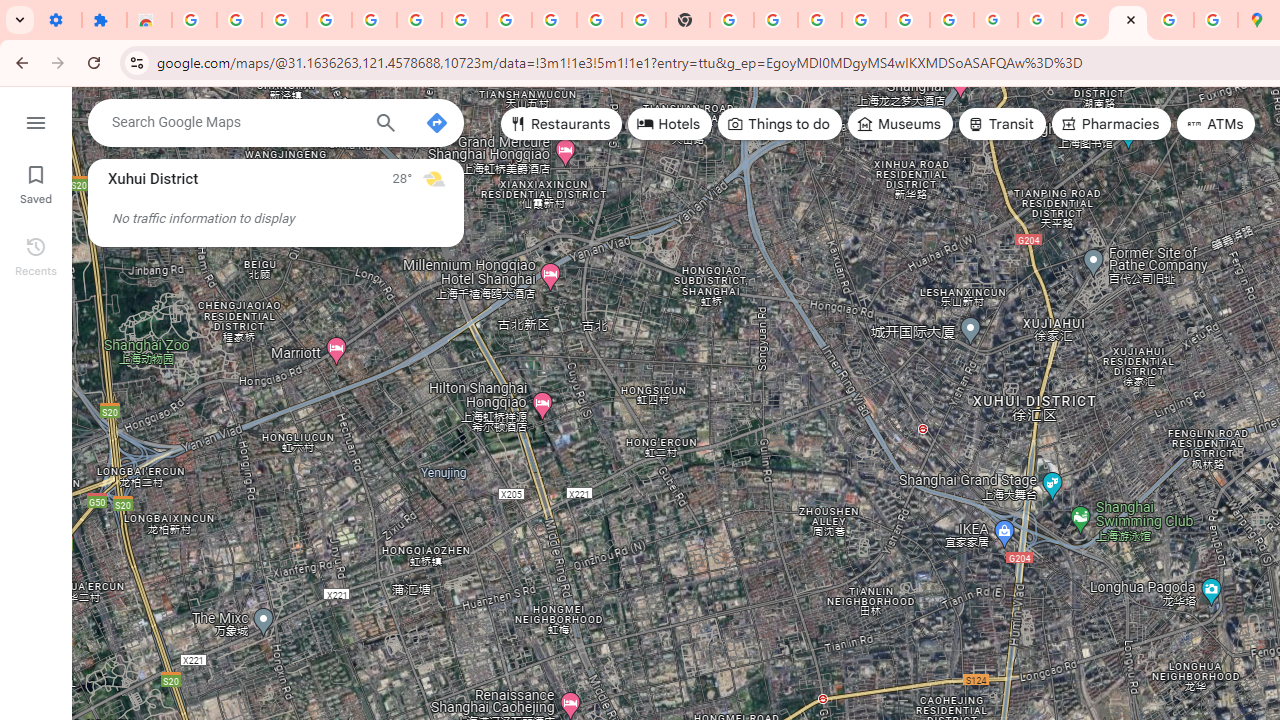  I want to click on 'Hotels', so click(670, 124).